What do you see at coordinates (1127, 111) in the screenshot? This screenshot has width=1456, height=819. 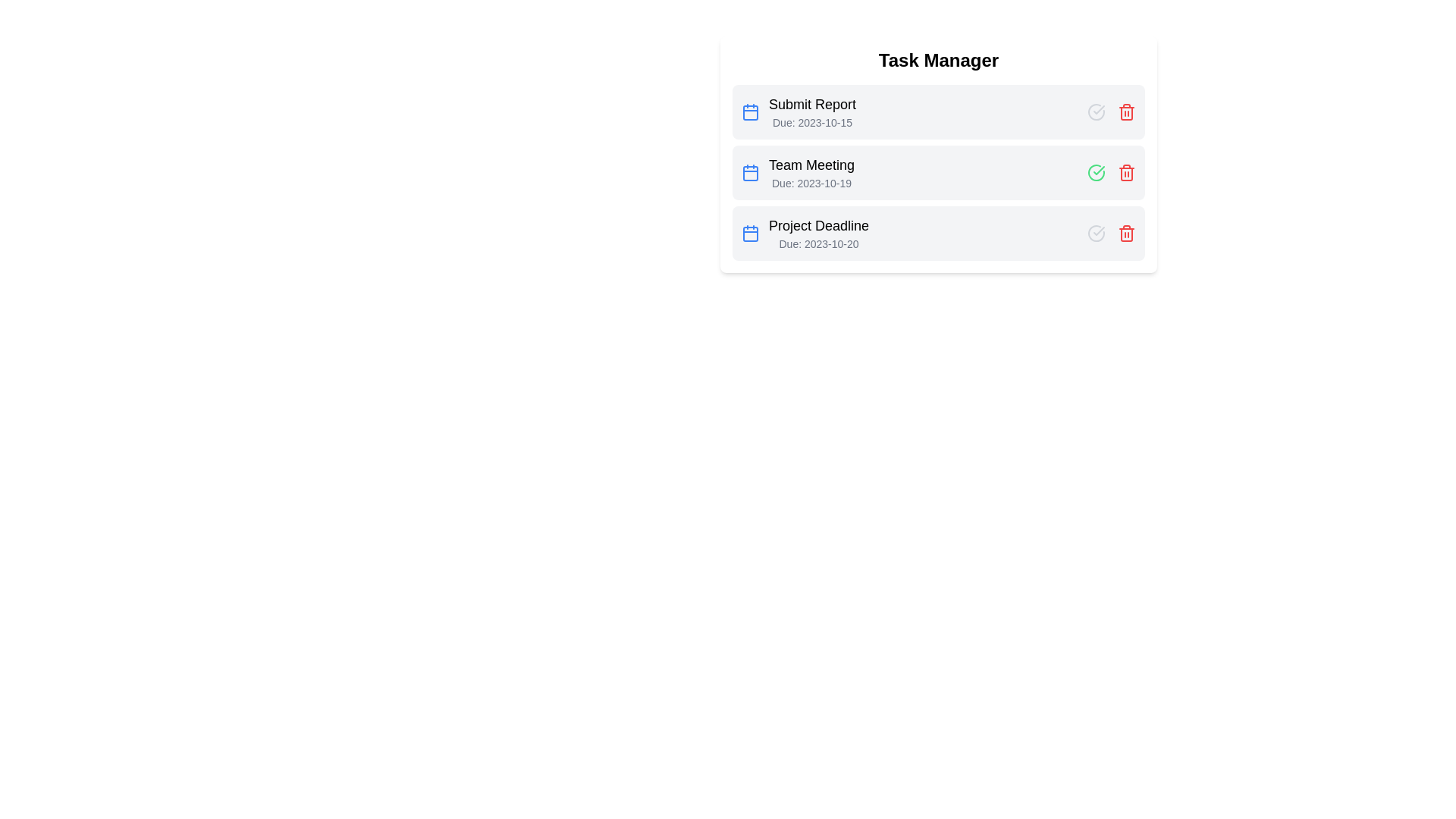 I see `'Remove task' button for the task titled 'Submit Report'` at bounding box center [1127, 111].